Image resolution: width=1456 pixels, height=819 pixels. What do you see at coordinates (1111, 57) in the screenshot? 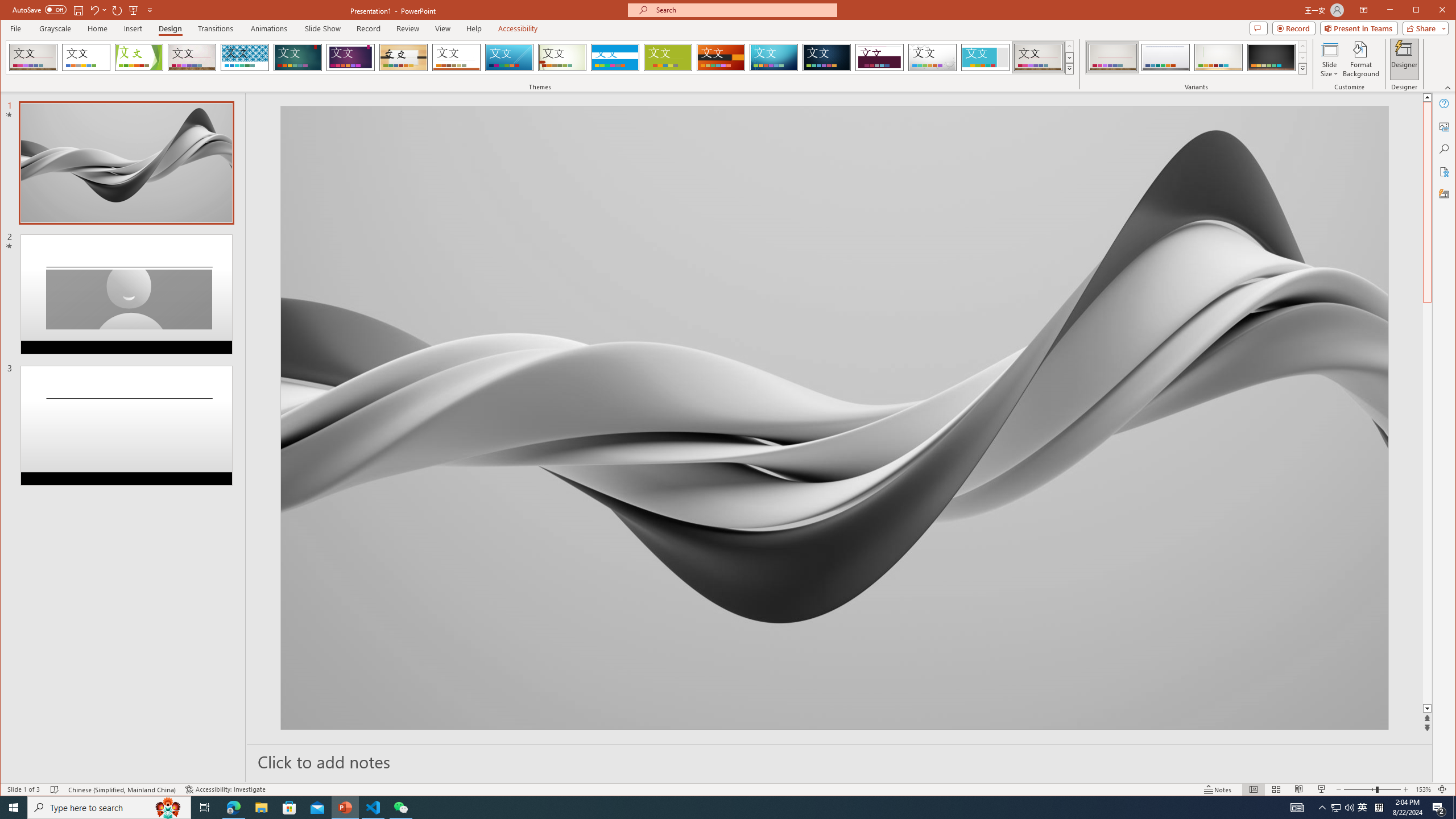
I see `'Gallery Variant 1'` at bounding box center [1111, 57].